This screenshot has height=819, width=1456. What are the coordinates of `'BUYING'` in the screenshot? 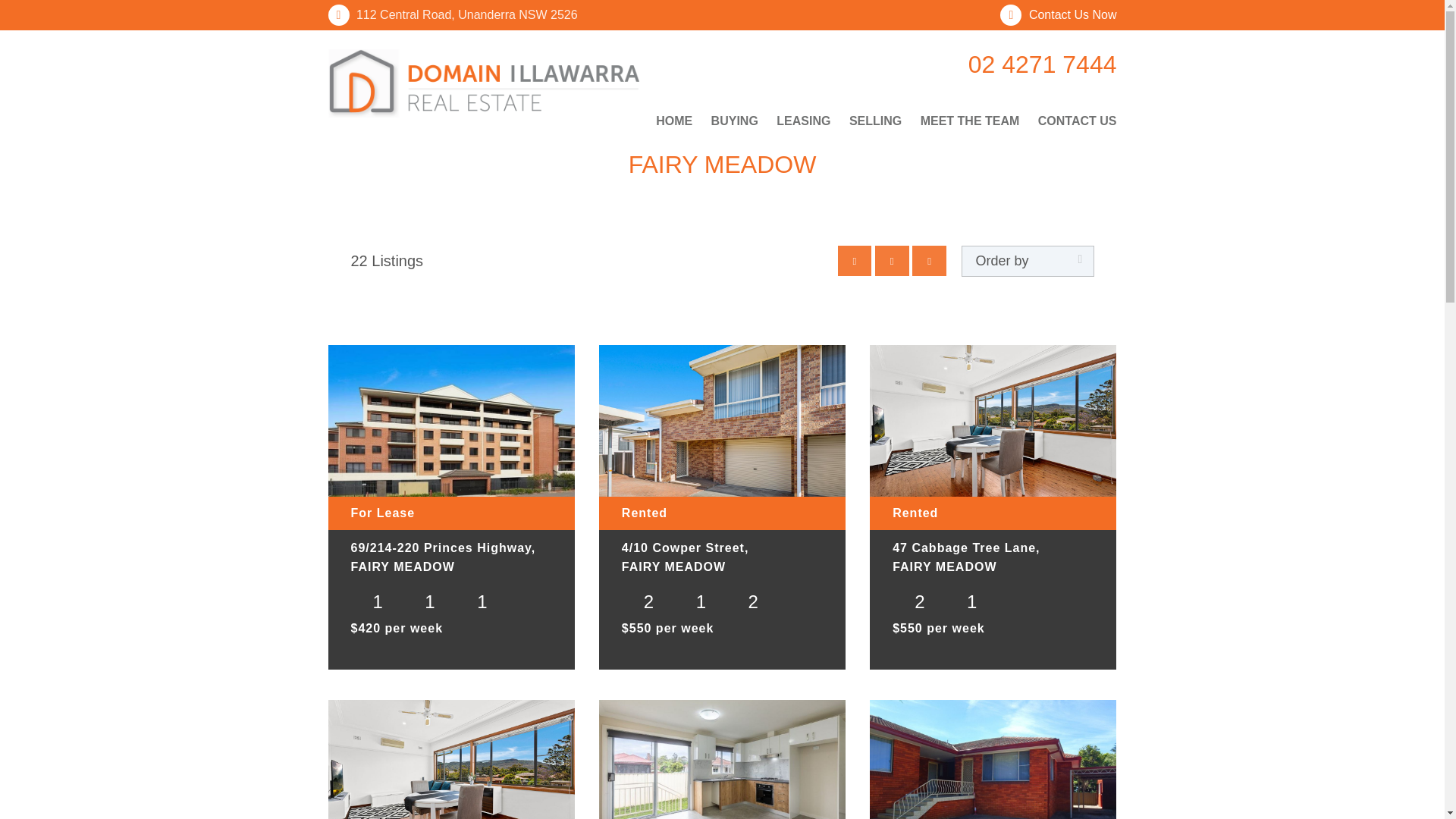 It's located at (735, 120).